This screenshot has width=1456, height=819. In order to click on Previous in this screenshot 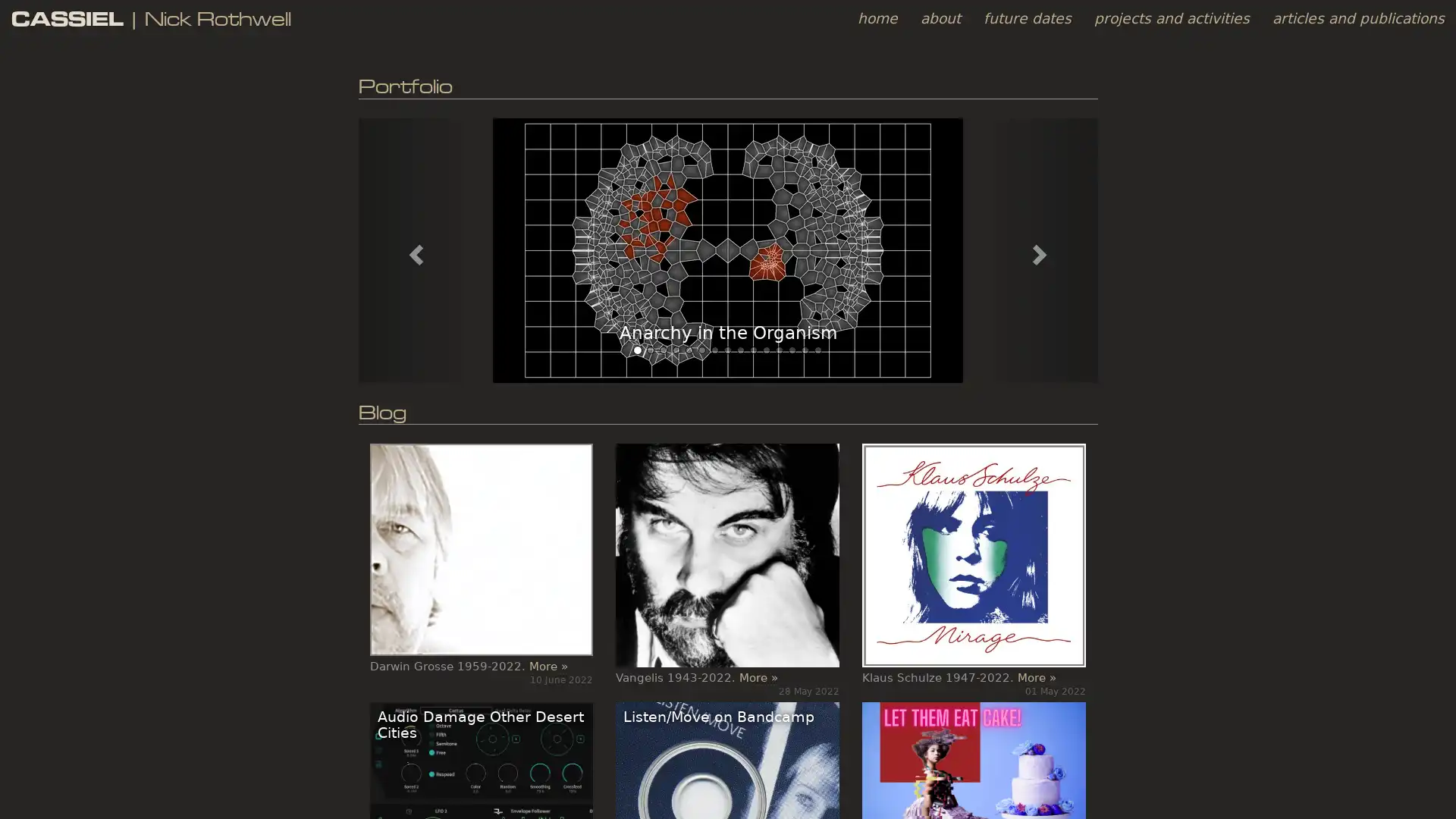, I will do `click(413, 249)`.